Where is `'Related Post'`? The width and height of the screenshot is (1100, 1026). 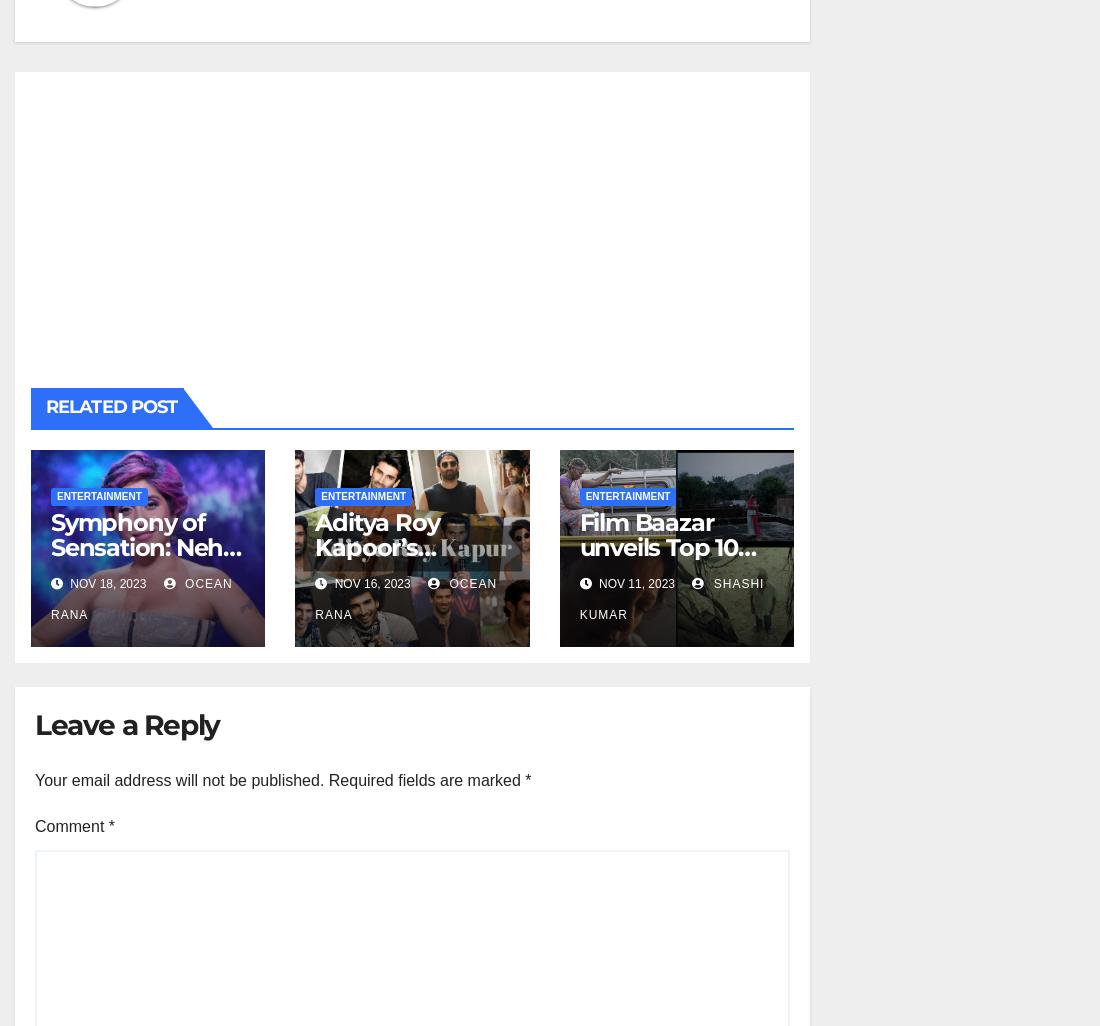 'Related Post' is located at coordinates (111, 404).